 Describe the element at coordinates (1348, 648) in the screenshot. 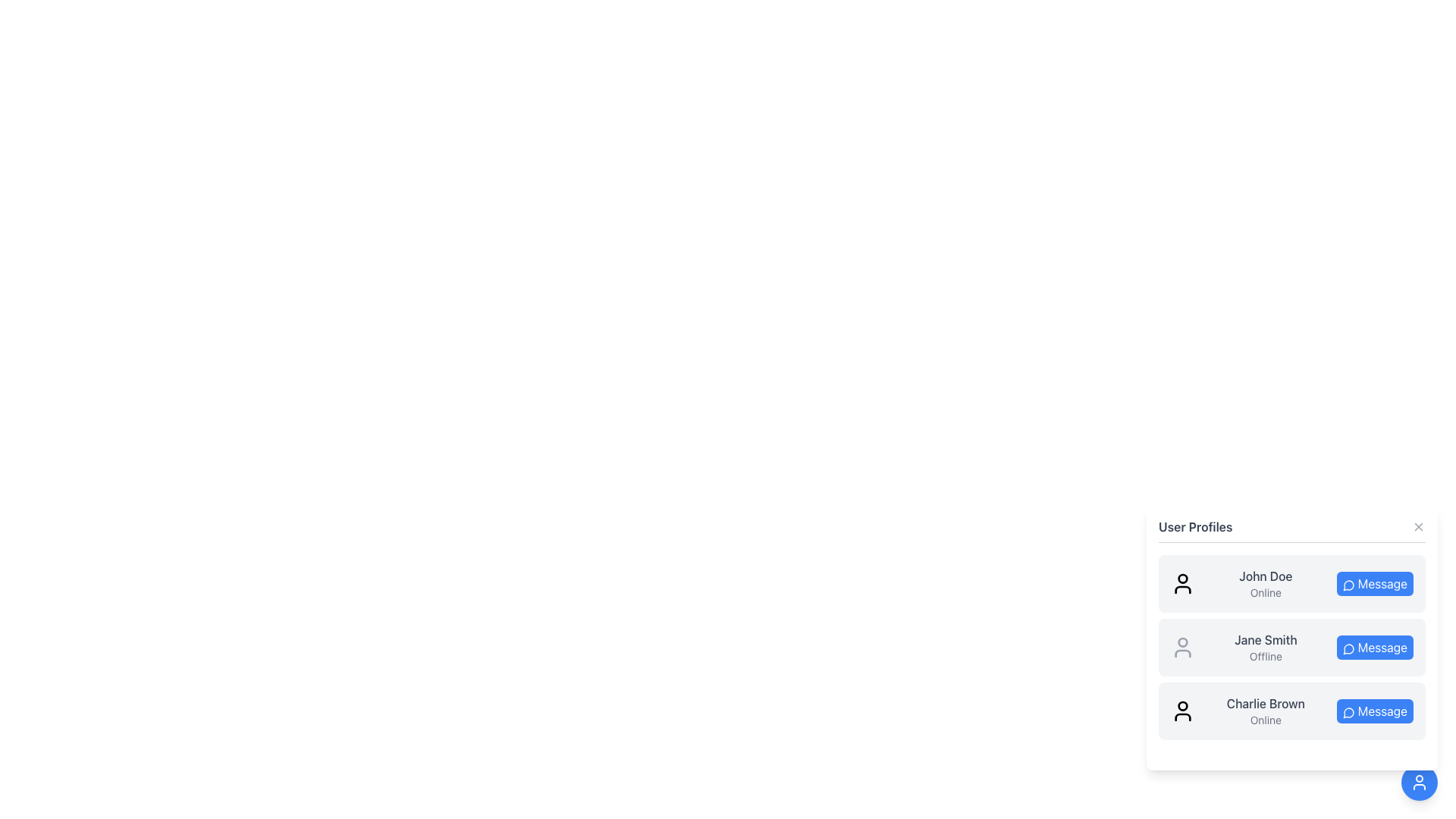

I see `the speech bubble icon within the 'Message' button located next to the 'Jane Smith' user profile in the 'User Profiles' section` at that location.